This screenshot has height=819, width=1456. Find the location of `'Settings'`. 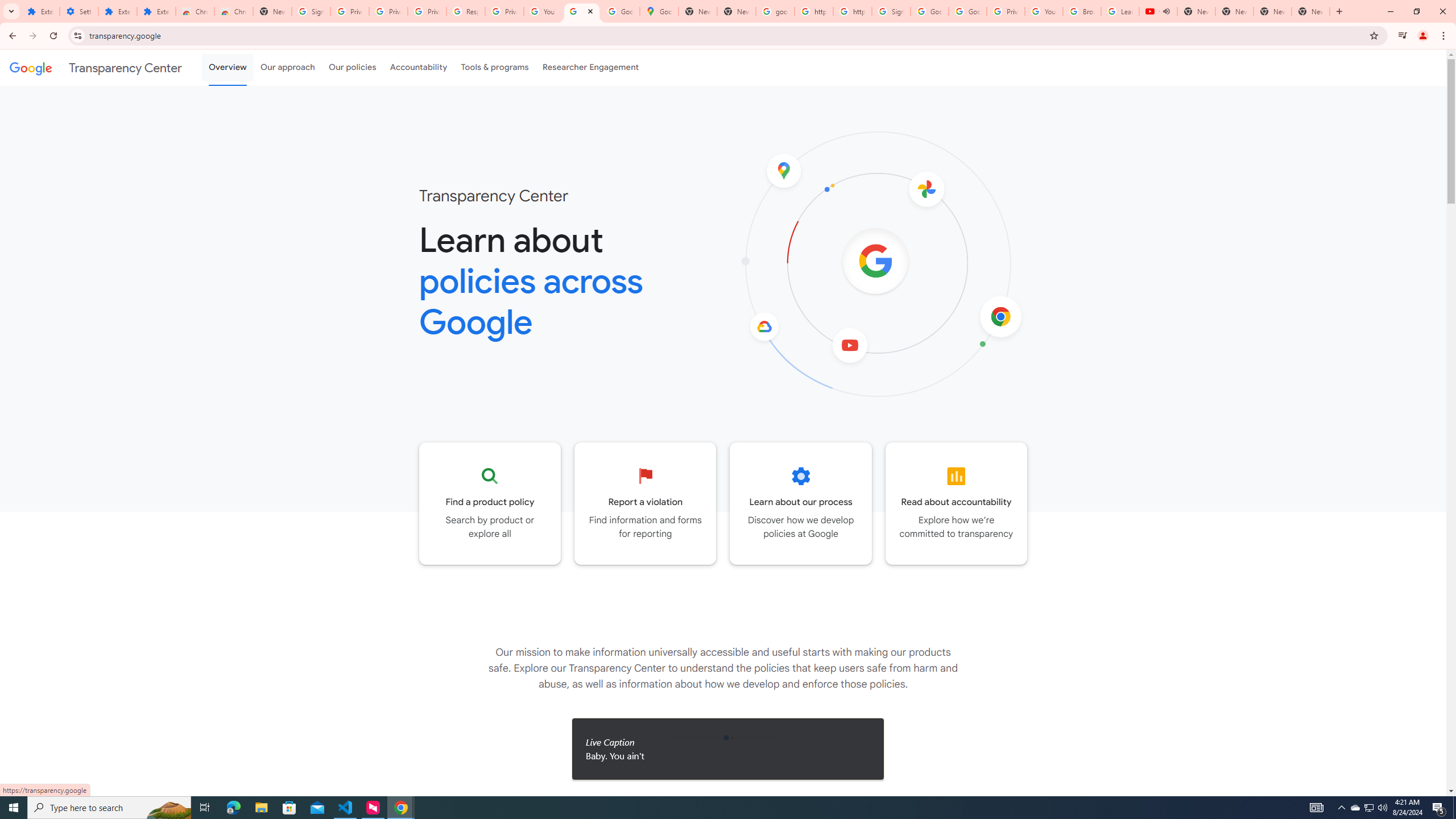

'Settings' is located at coordinates (78, 11).